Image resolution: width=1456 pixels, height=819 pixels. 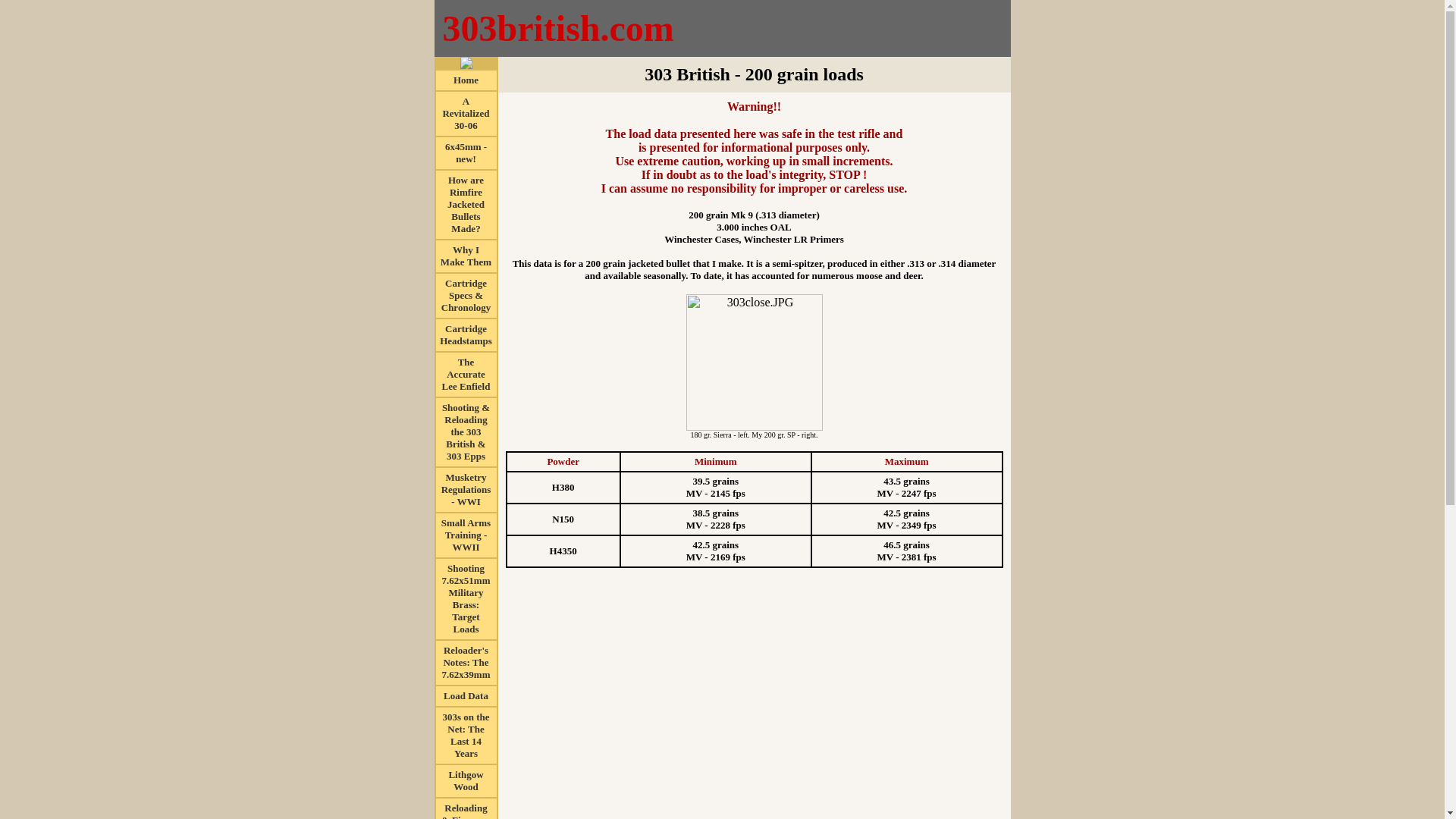 I want to click on '303s on the Net: The Last 14 Years', so click(x=465, y=733).